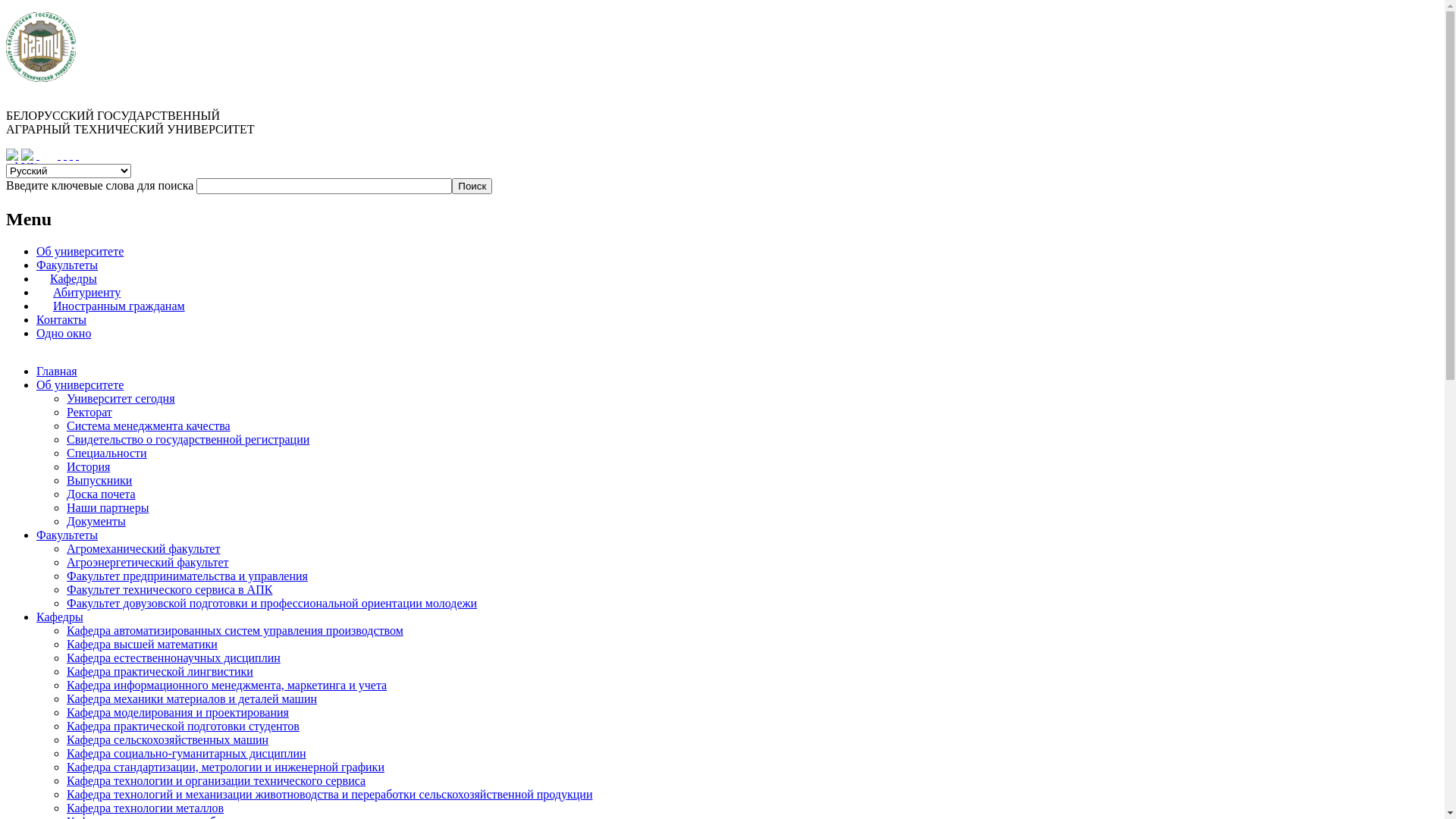 The height and width of the screenshot is (819, 1456). I want to click on ' ', so click(76, 155).